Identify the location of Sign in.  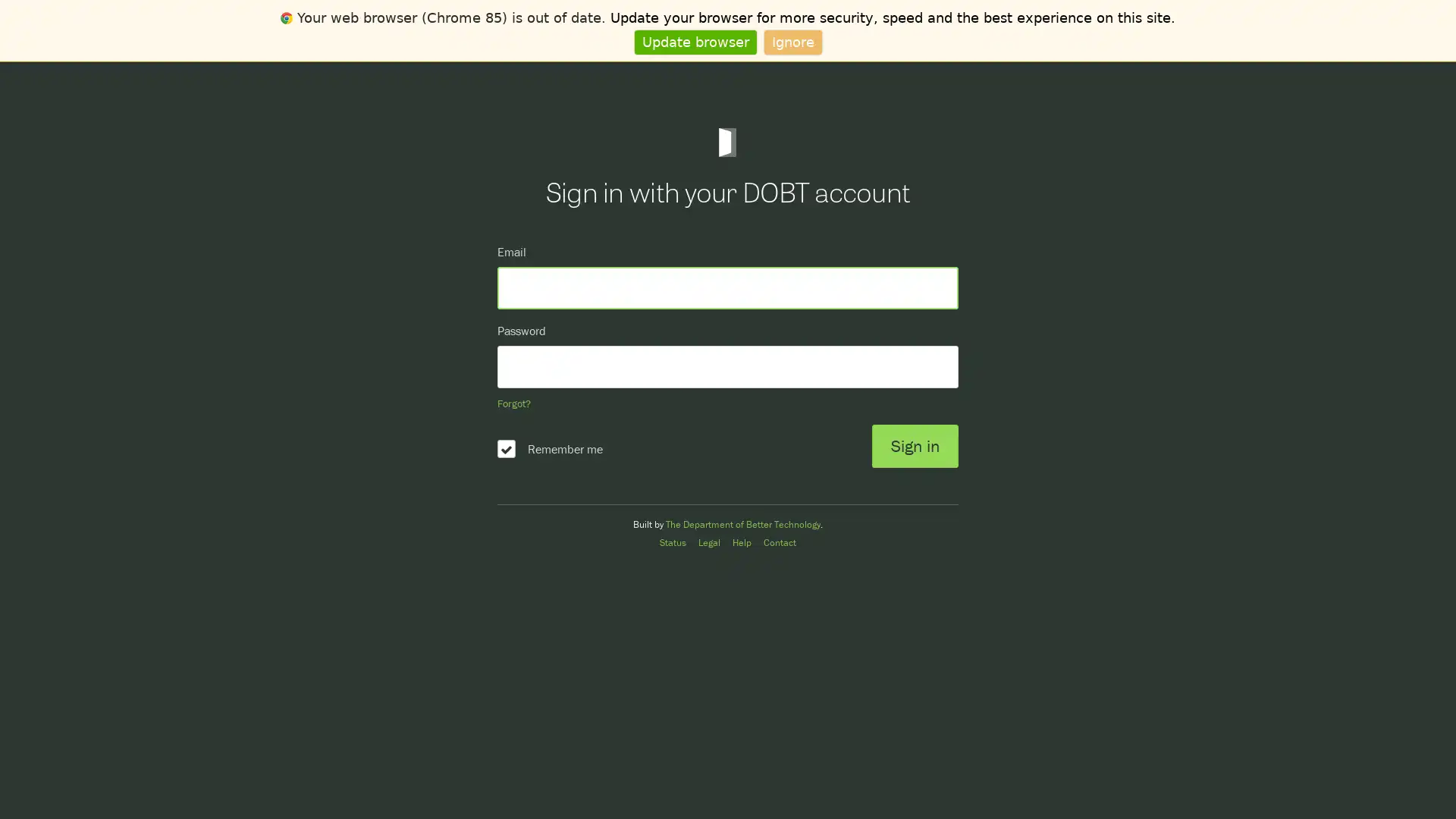
(913, 445).